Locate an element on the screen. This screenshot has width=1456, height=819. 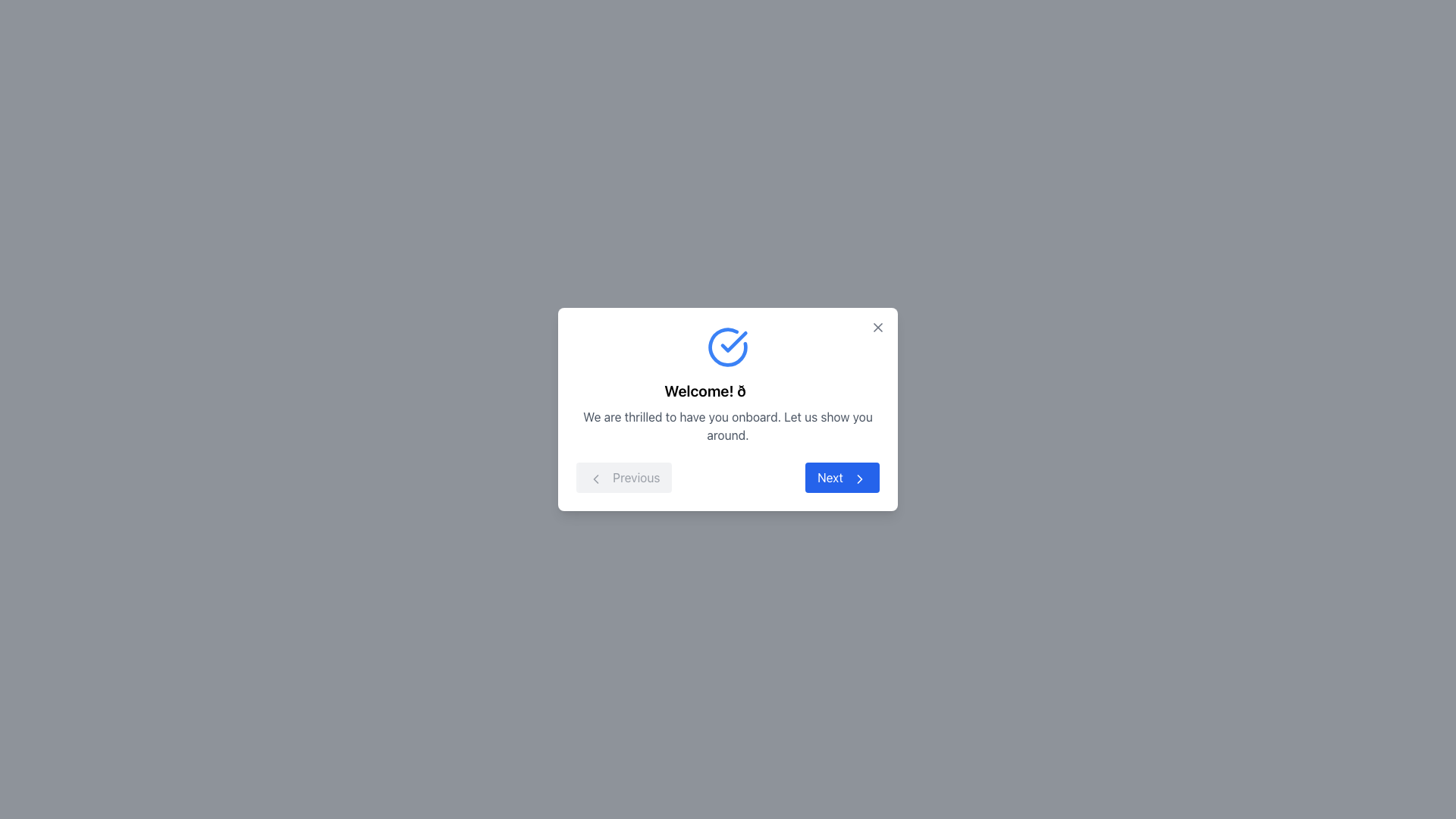
the 'X' icon, styled in gray, located at the top-right corner of the modal is located at coordinates (877, 327).